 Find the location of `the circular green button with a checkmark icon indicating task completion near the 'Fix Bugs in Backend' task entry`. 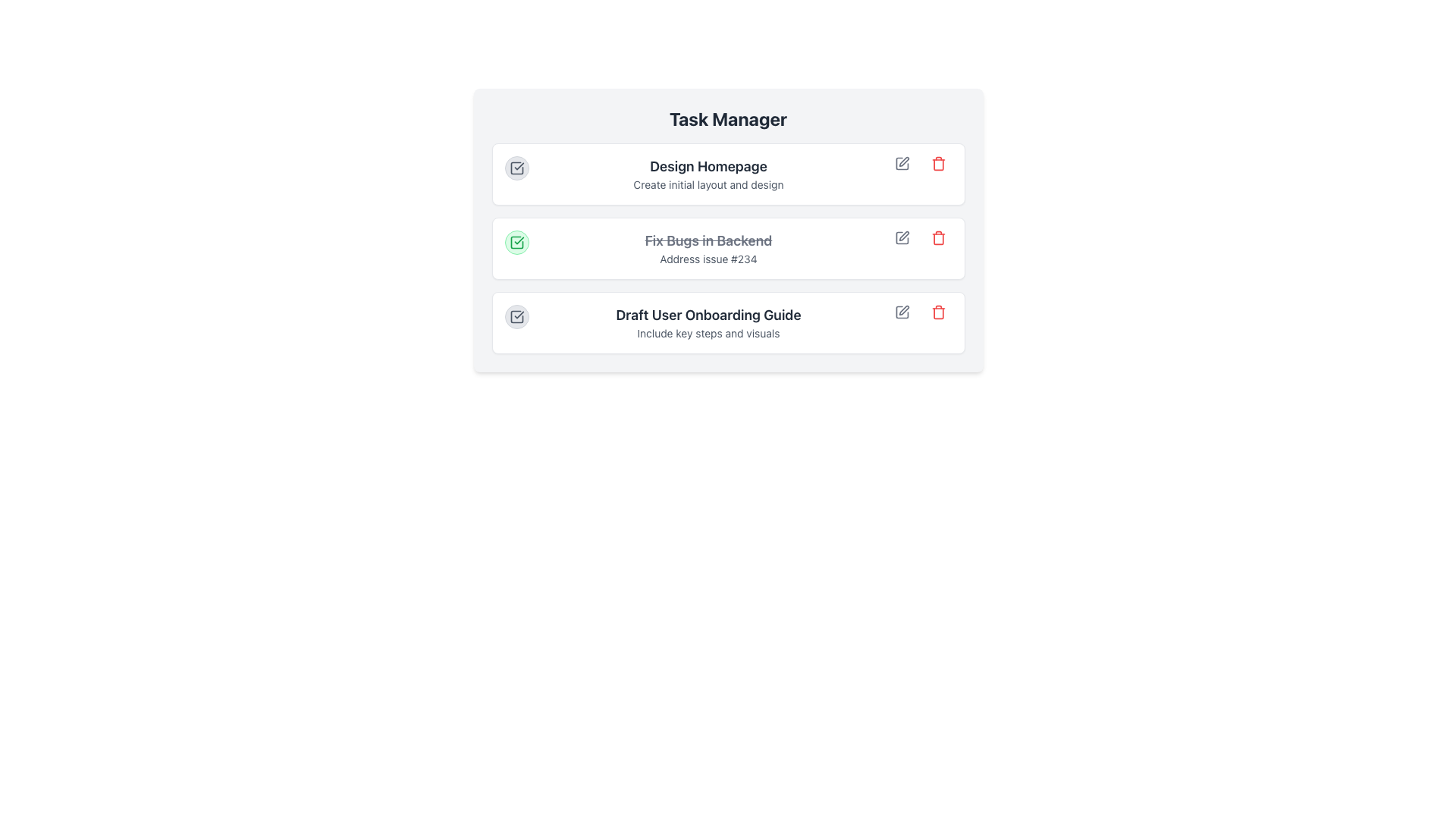

the circular green button with a checkmark icon indicating task completion near the 'Fix Bugs in Backend' task entry is located at coordinates (516, 242).